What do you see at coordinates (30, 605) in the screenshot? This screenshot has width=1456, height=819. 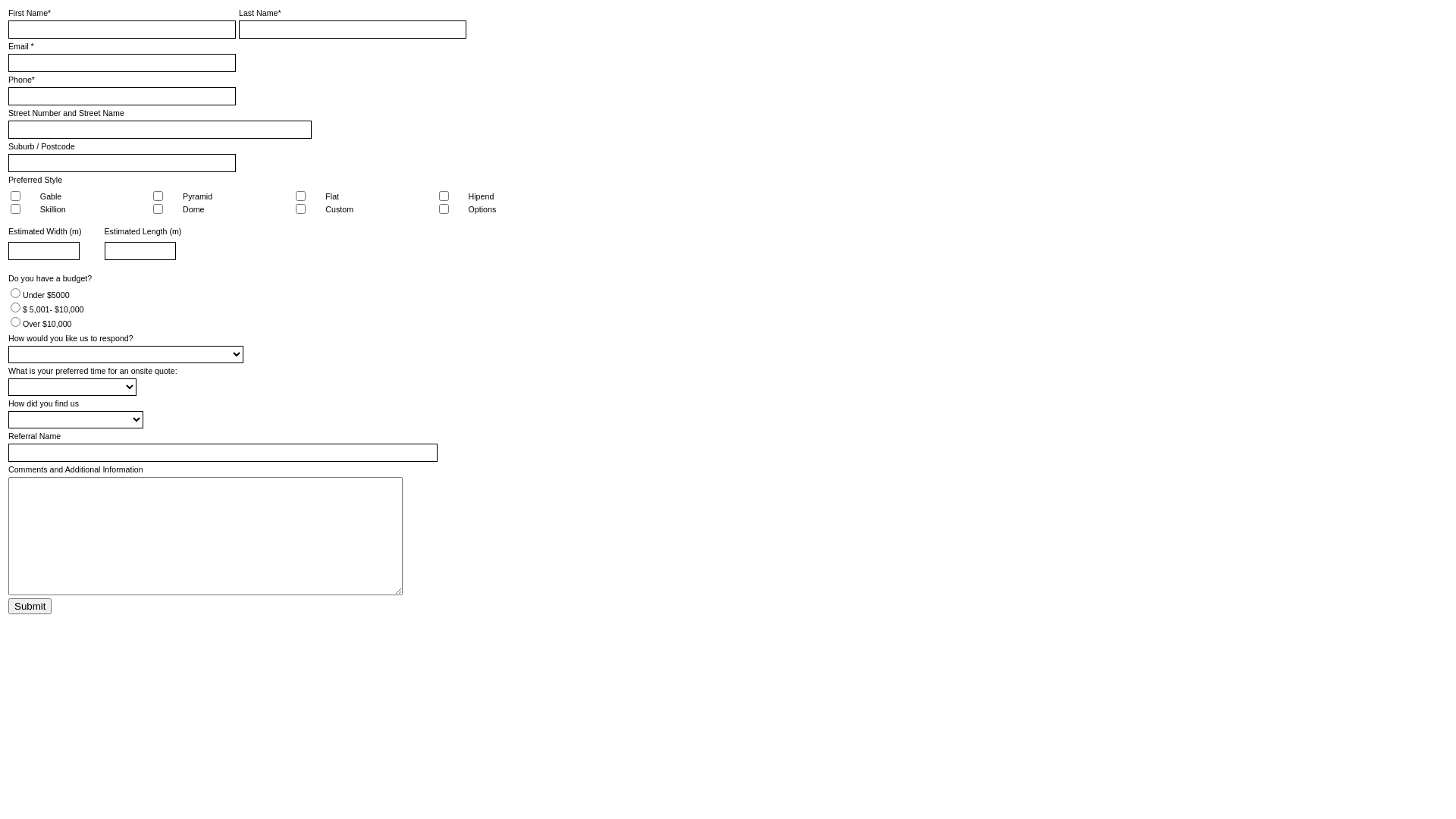 I see `'Submit'` at bounding box center [30, 605].